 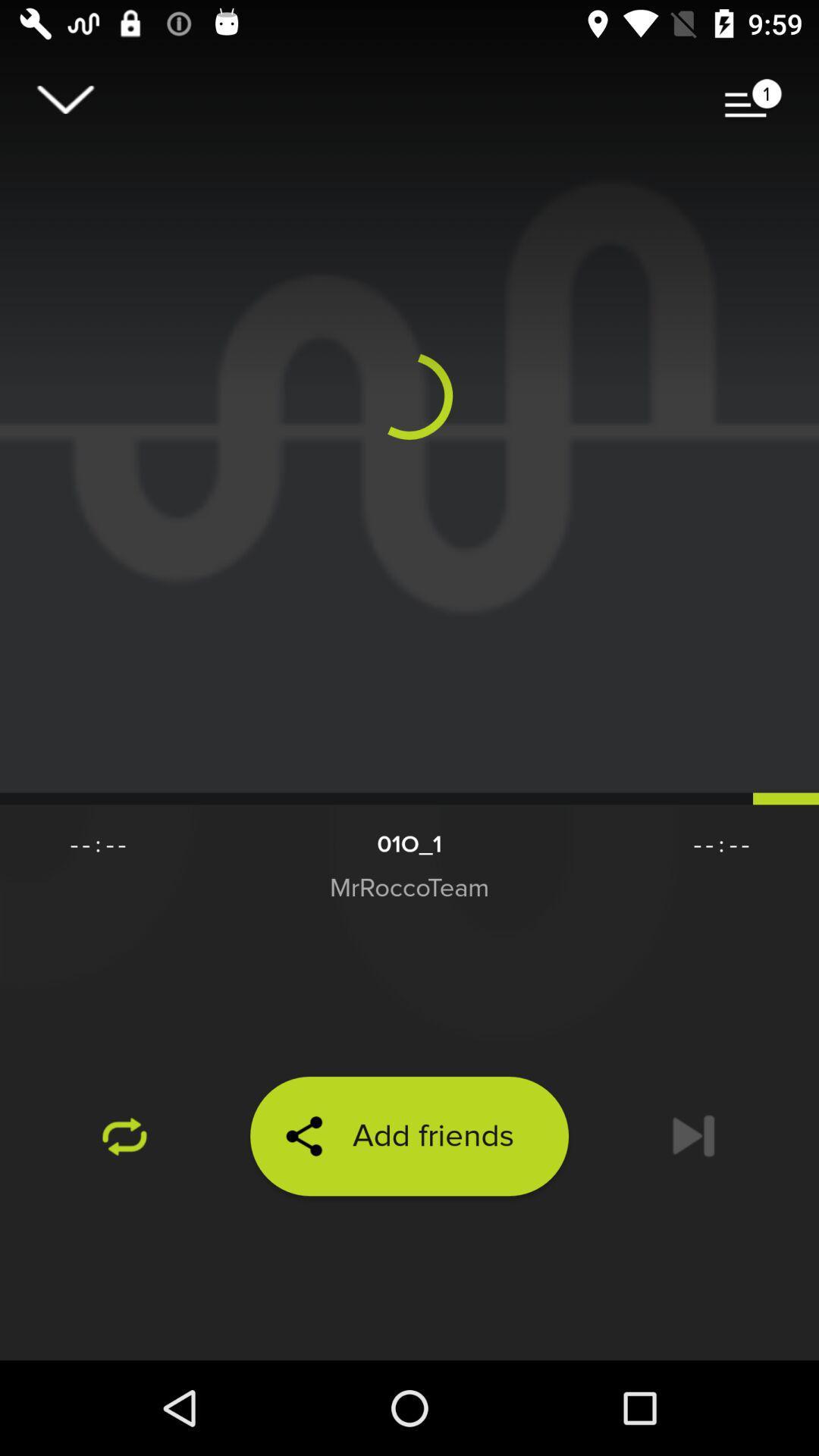 What do you see at coordinates (753, 99) in the screenshot?
I see `the playlist icon` at bounding box center [753, 99].